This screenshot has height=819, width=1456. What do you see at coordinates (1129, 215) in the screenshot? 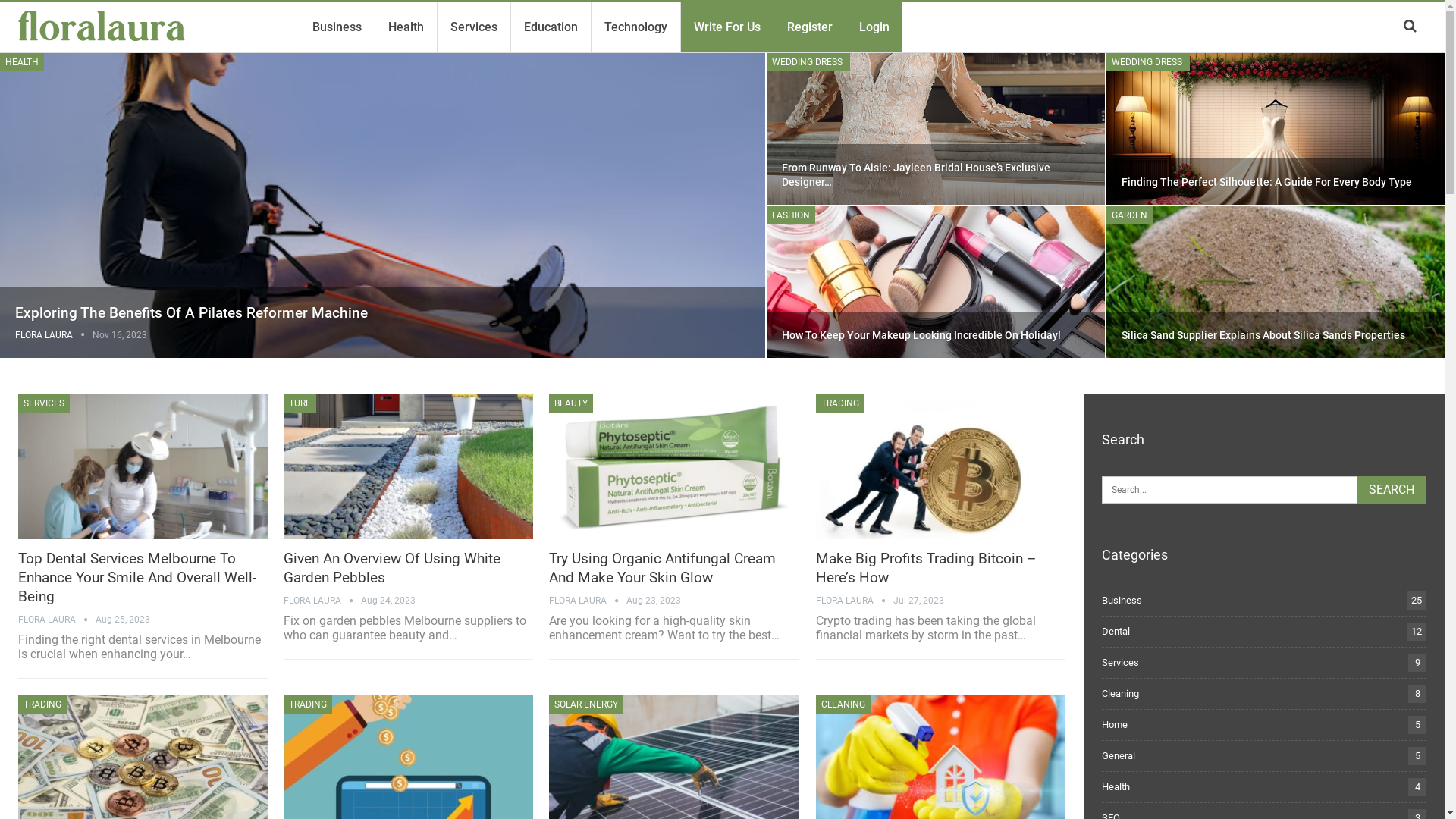
I see `'GARDEN'` at bounding box center [1129, 215].